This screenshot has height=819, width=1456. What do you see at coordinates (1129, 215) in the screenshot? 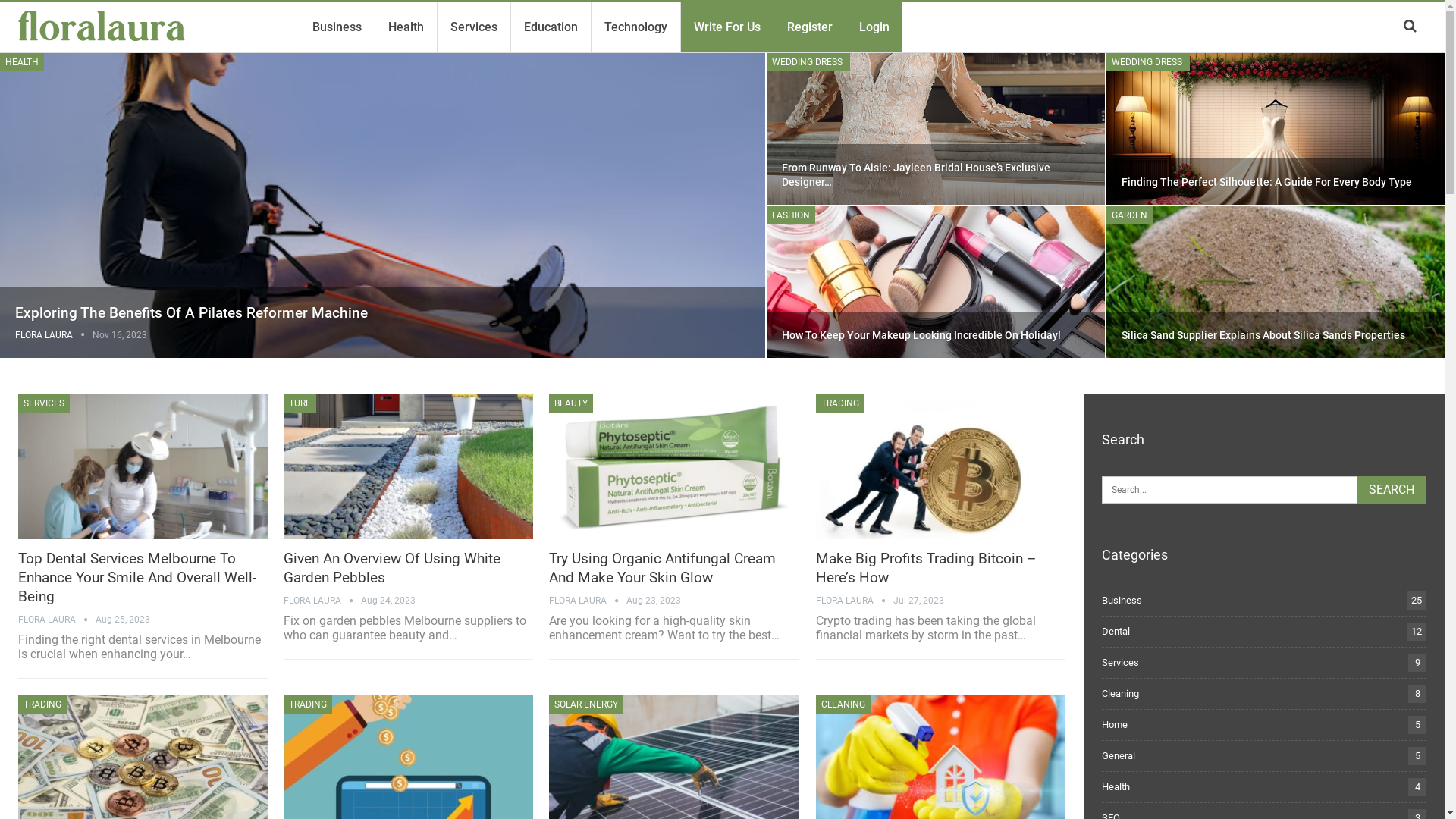
I see `'GARDEN'` at bounding box center [1129, 215].